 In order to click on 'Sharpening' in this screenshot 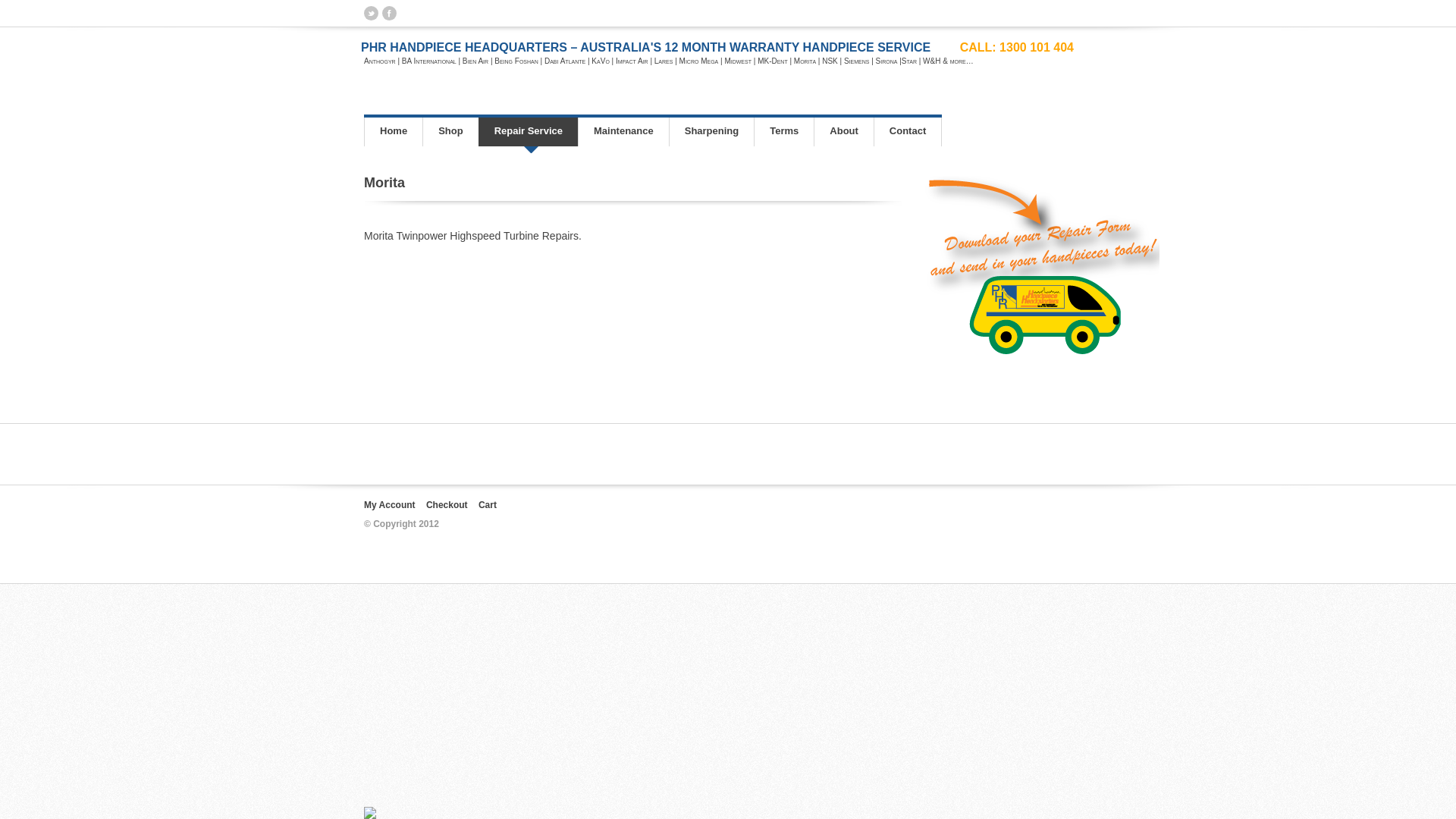, I will do `click(668, 130)`.